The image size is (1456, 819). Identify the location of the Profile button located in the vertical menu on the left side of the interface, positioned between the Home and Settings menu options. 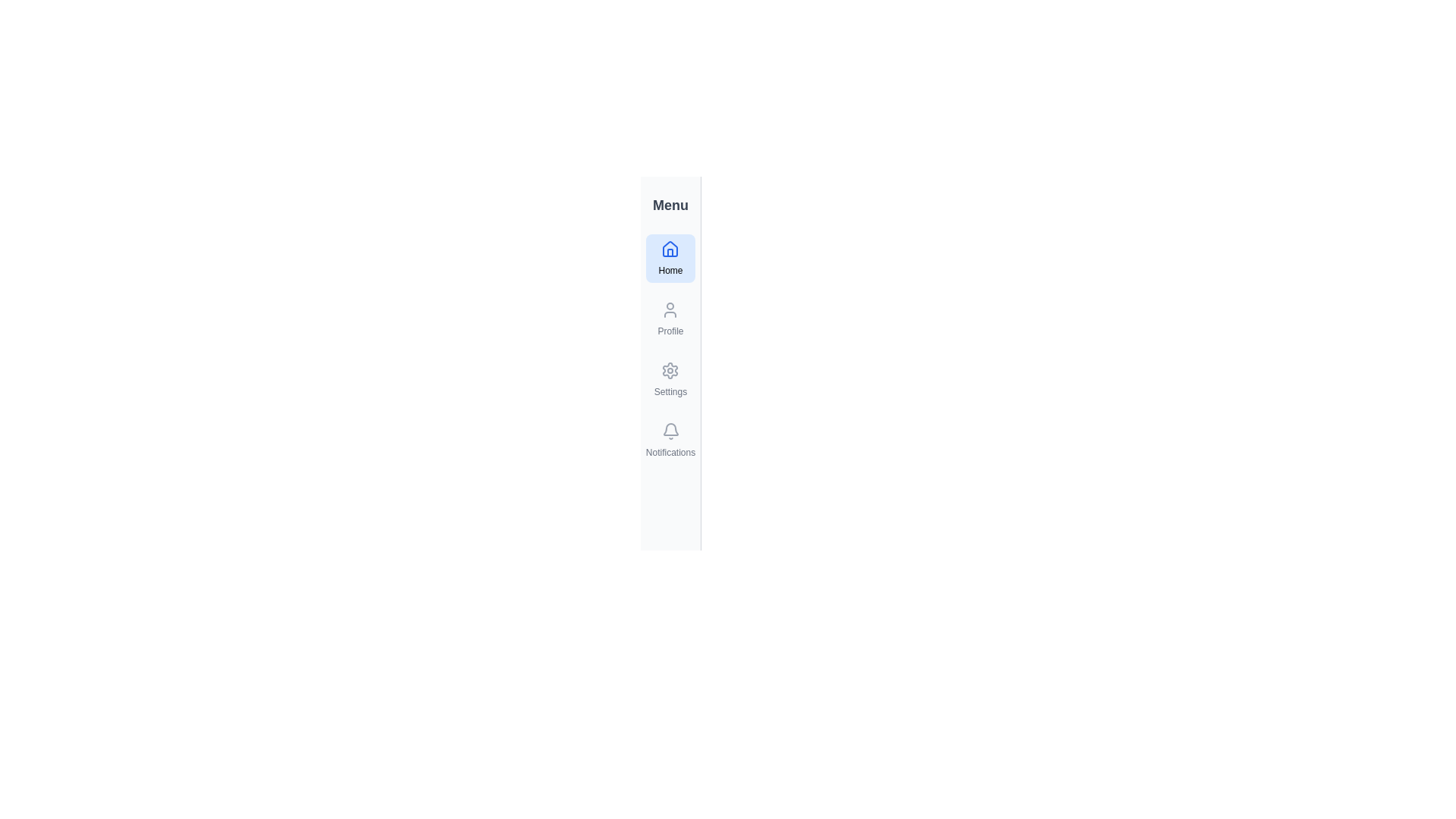
(669, 318).